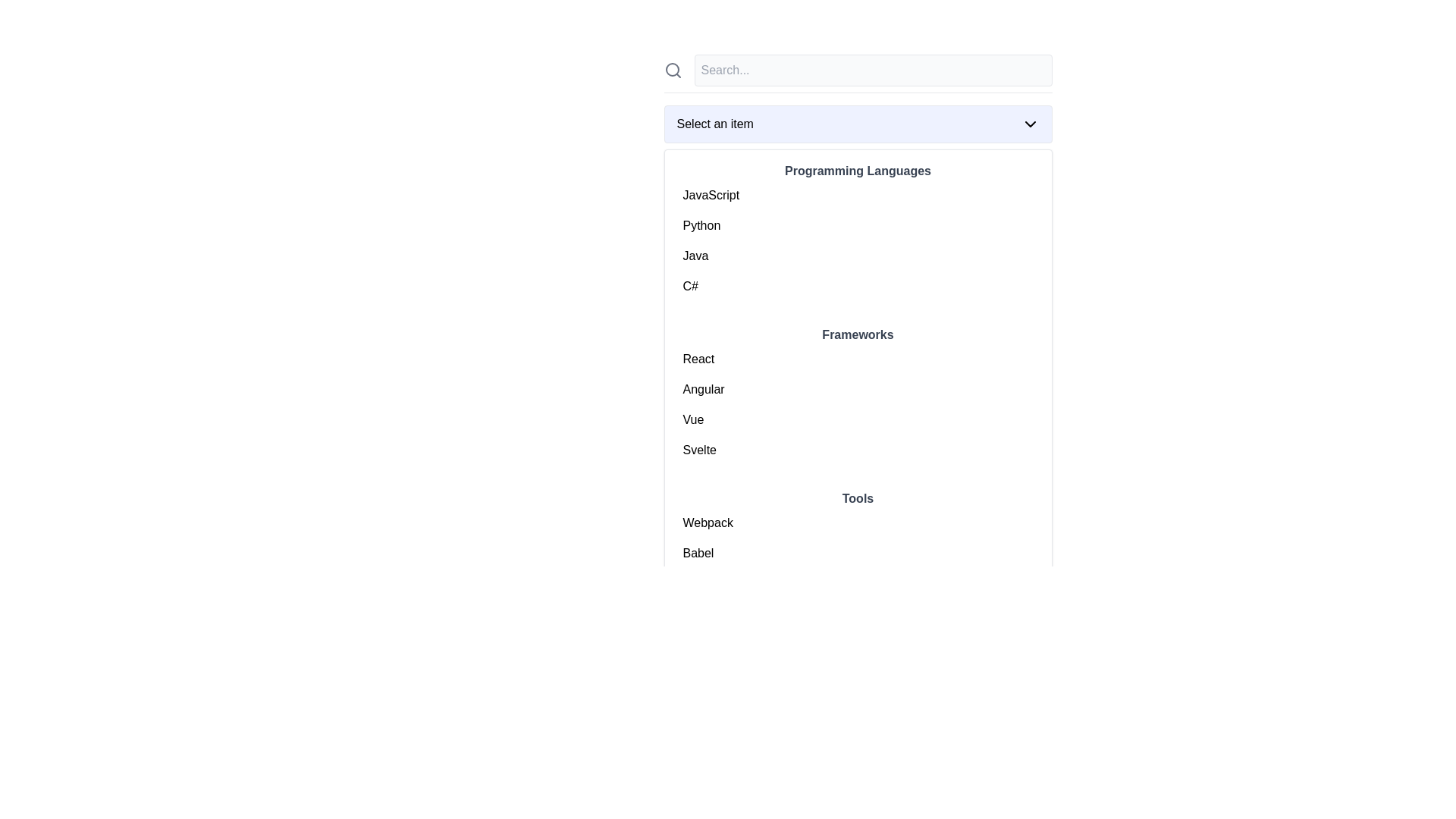 Image resolution: width=1456 pixels, height=819 pixels. I want to click on the 'Tools' dropdown section at the bottom of the menu, so click(858, 559).